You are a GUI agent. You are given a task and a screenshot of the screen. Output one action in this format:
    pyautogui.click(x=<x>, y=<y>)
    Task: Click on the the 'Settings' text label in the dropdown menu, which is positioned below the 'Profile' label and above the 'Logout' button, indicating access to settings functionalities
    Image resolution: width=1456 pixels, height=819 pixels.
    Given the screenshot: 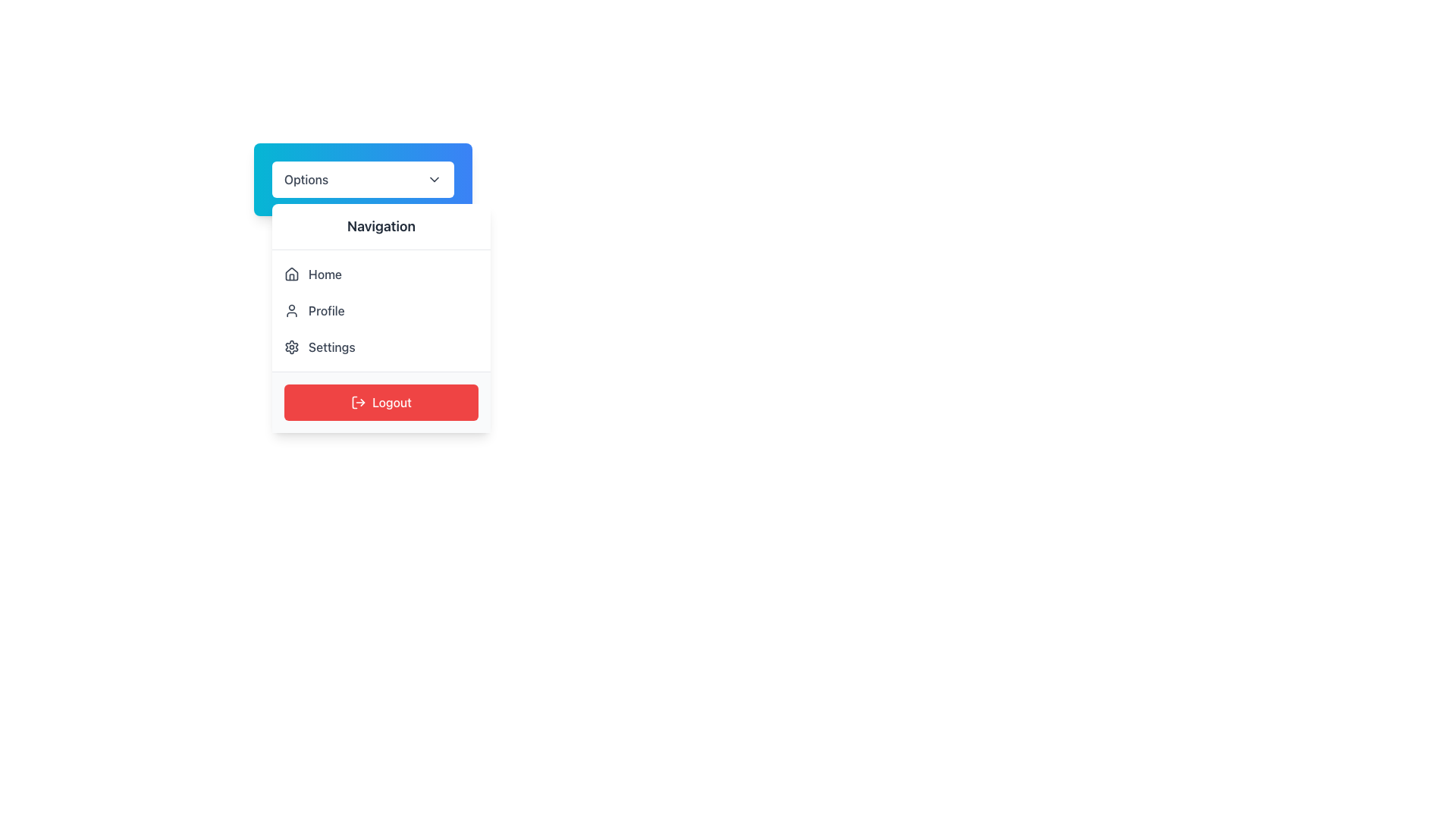 What is the action you would take?
    pyautogui.click(x=331, y=347)
    